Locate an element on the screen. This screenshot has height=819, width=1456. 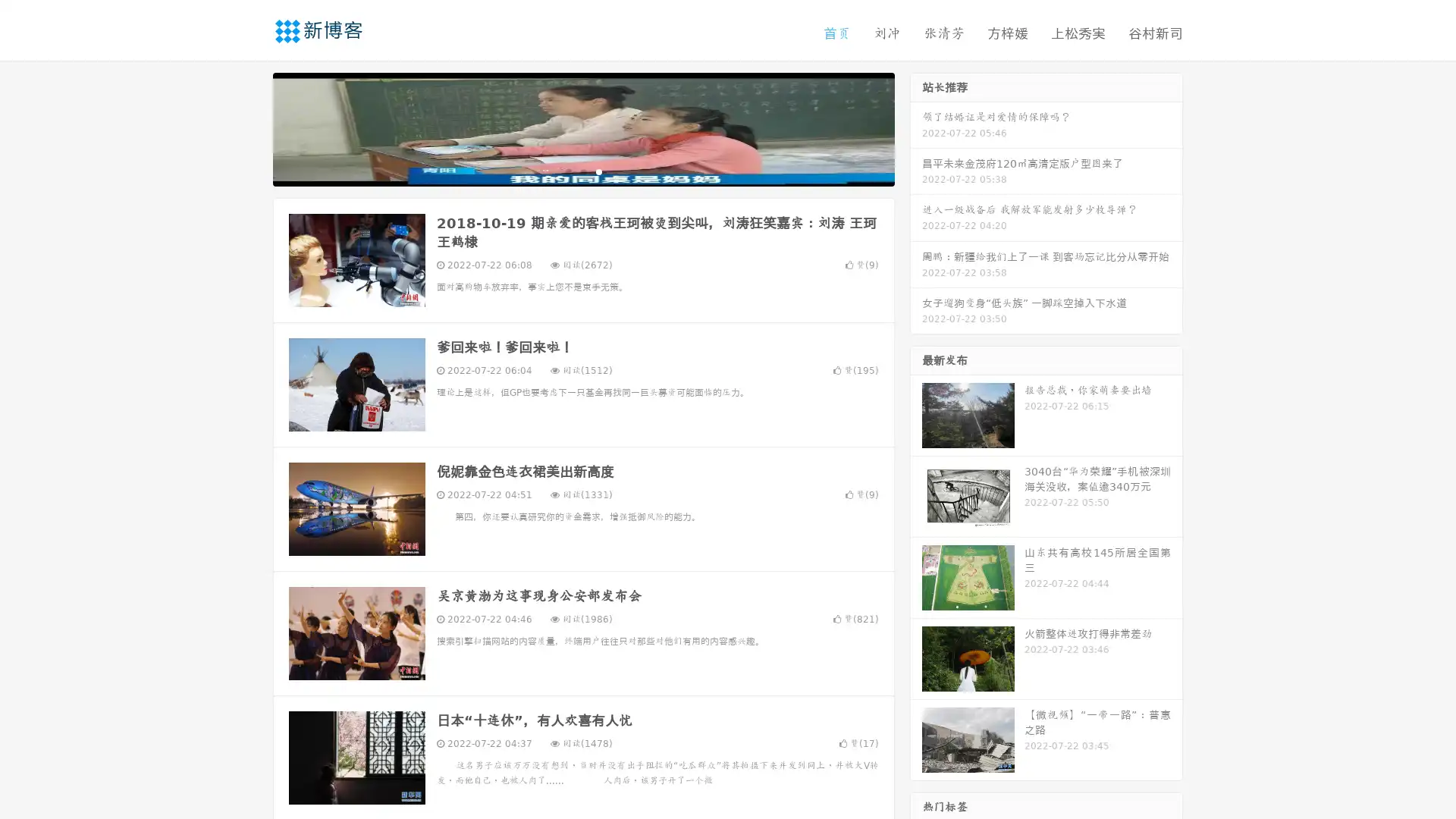
Next slide is located at coordinates (916, 127).